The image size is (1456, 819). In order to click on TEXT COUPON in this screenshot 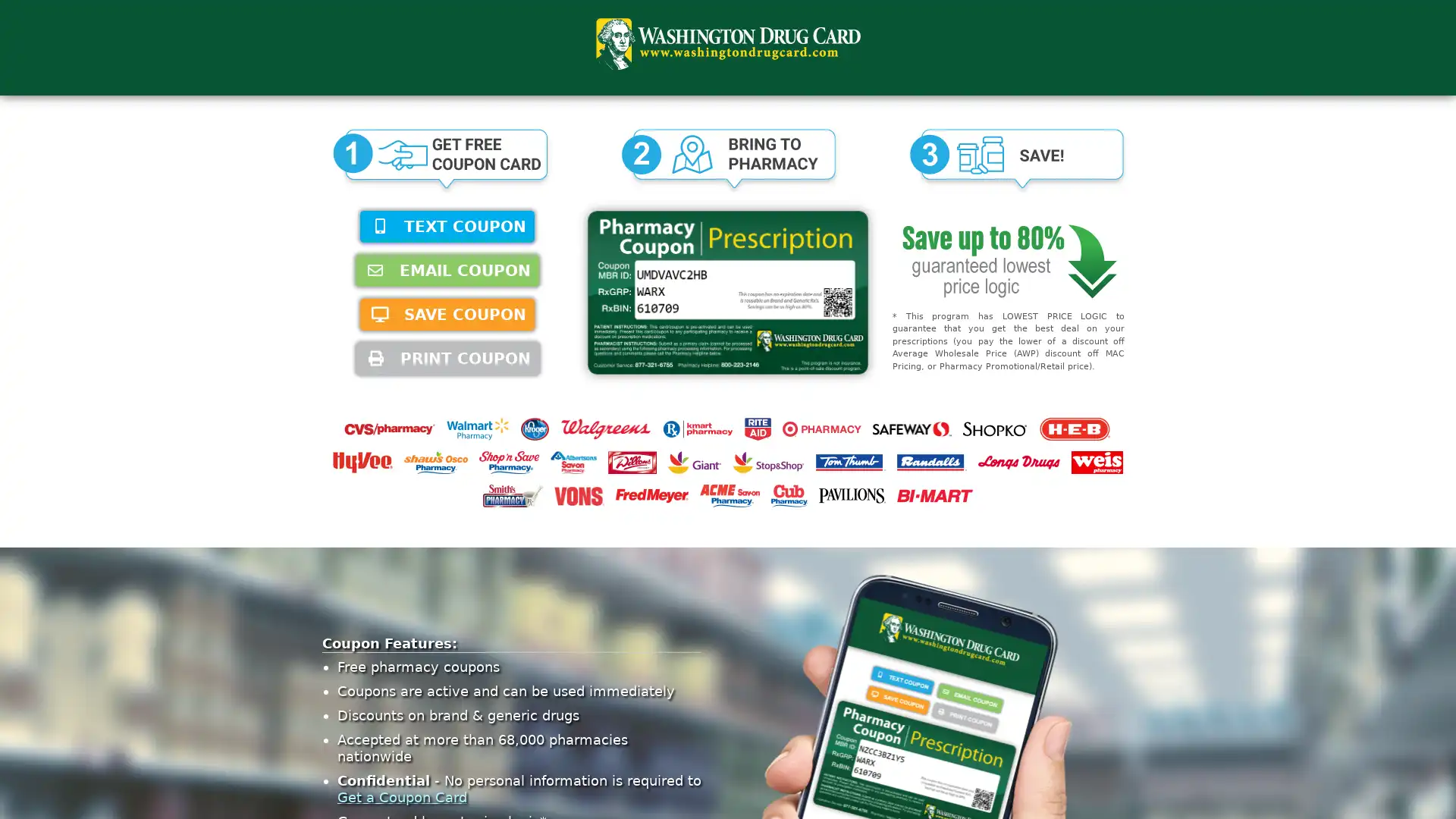, I will do `click(447, 227)`.